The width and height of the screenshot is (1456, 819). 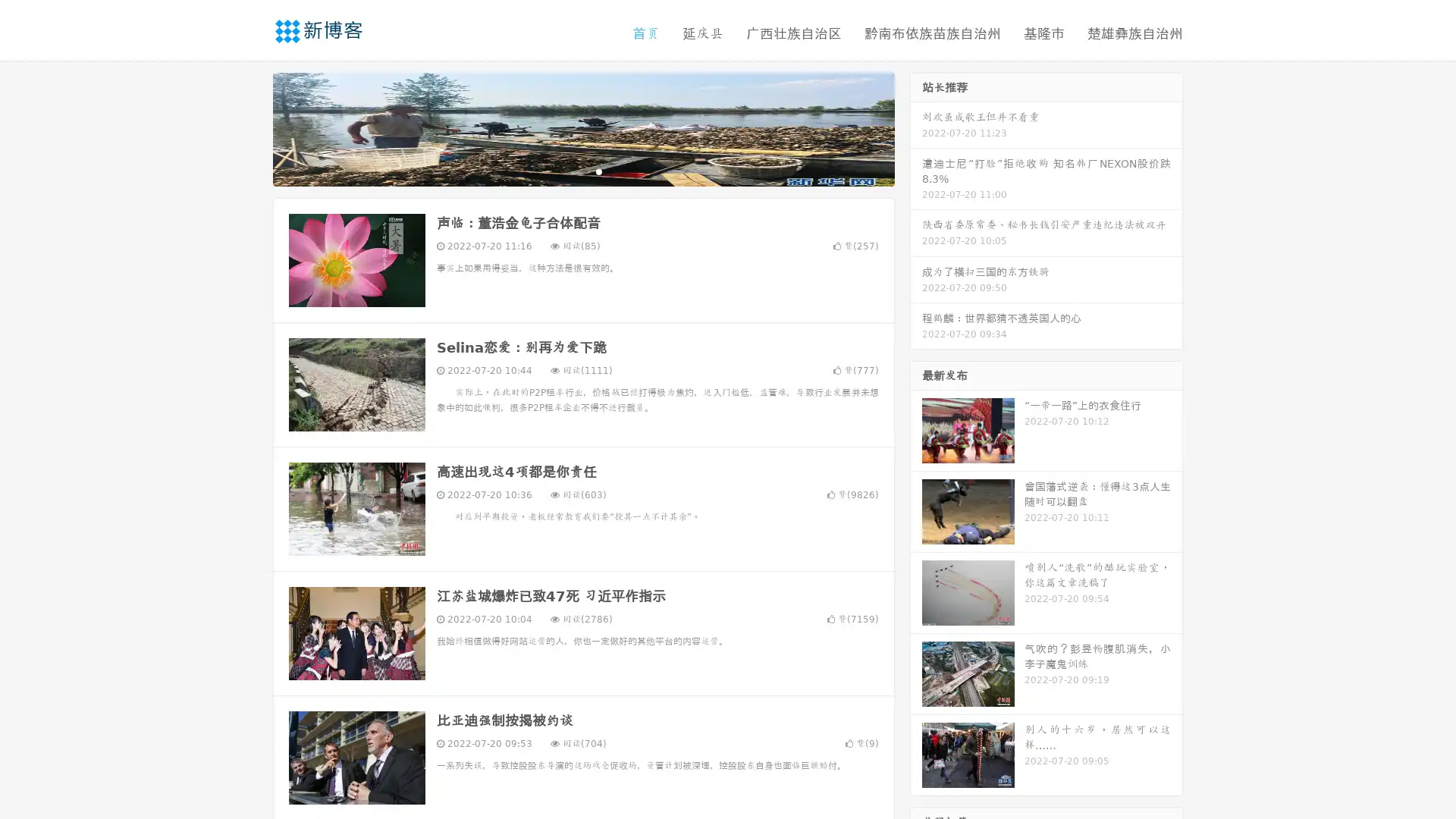 What do you see at coordinates (916, 127) in the screenshot?
I see `Next slide` at bounding box center [916, 127].